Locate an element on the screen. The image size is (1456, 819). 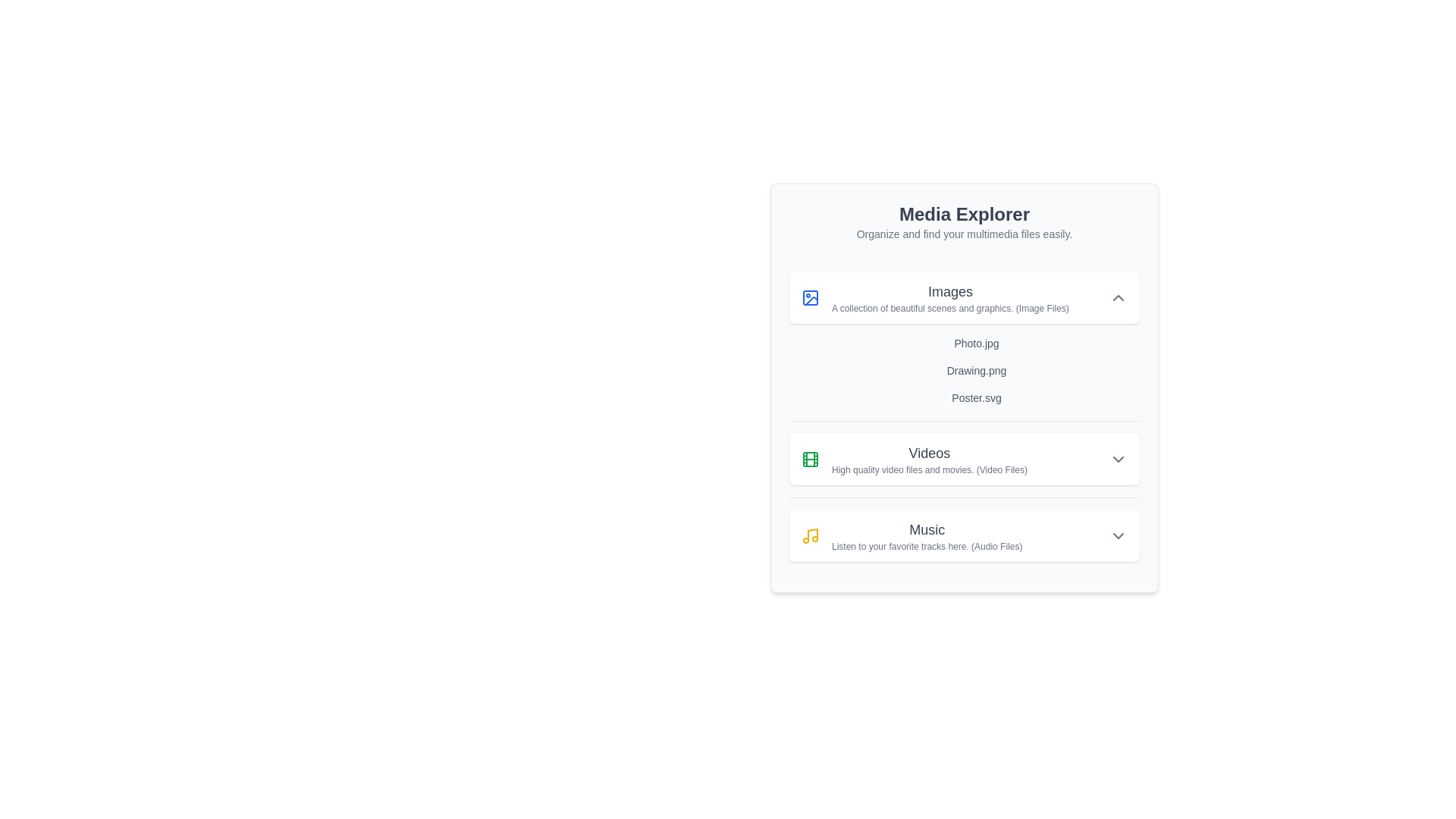
the music category icon located on the far left within the Music section of the Media Explorer interface for visual context is located at coordinates (810, 535).